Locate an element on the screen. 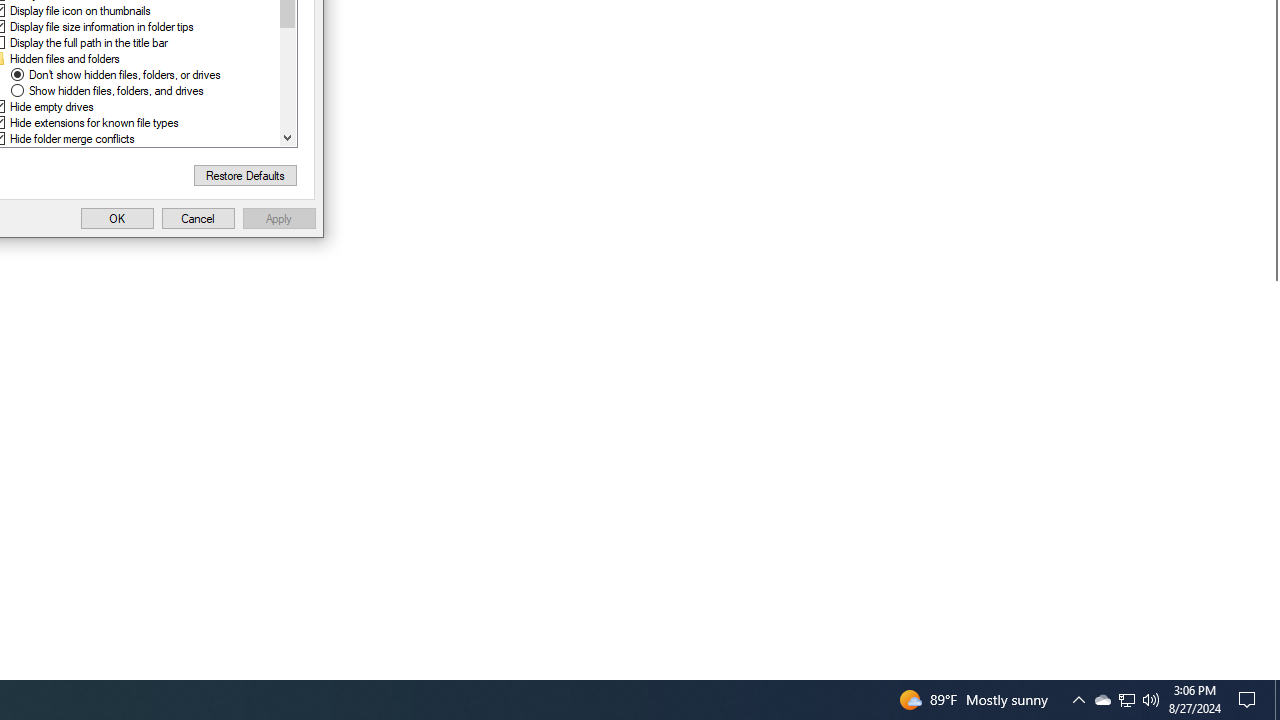 Image resolution: width=1280 pixels, height=720 pixels. 'Line down' is located at coordinates (286, 136).